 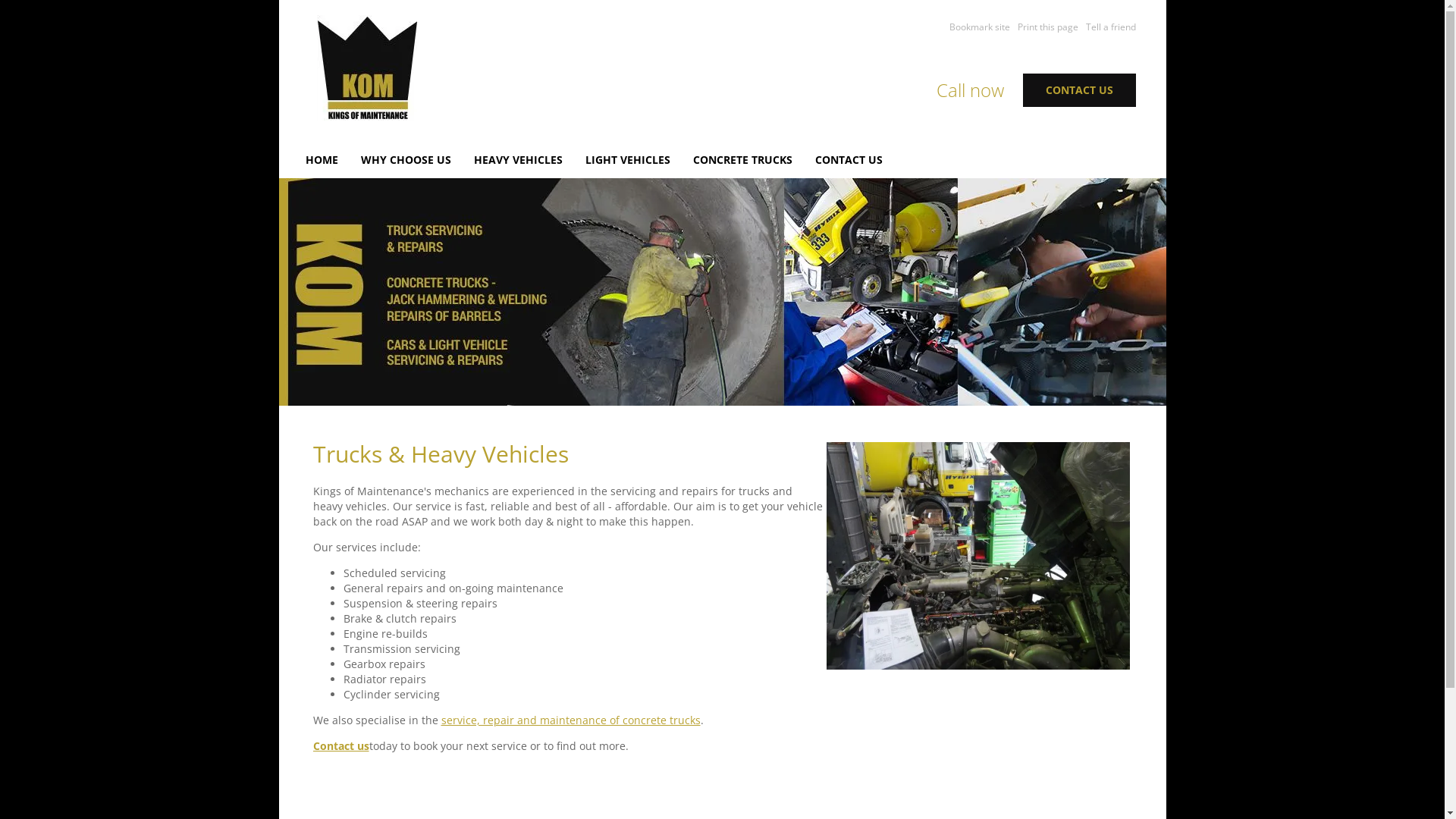 What do you see at coordinates (320, 158) in the screenshot?
I see `'HOME'` at bounding box center [320, 158].